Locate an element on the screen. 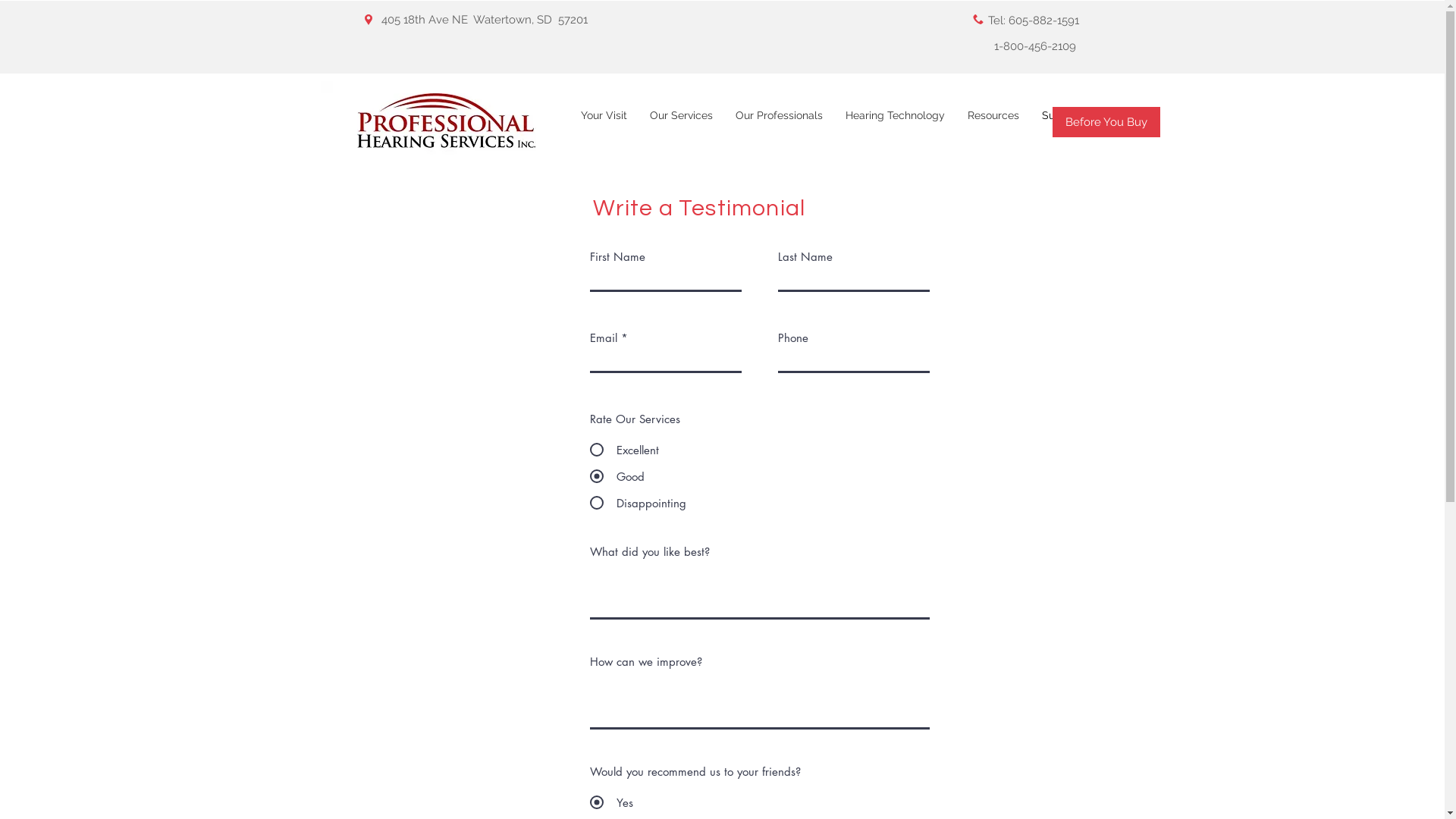 The height and width of the screenshot is (819, 1456). 'Success Stories' is located at coordinates (1080, 121).